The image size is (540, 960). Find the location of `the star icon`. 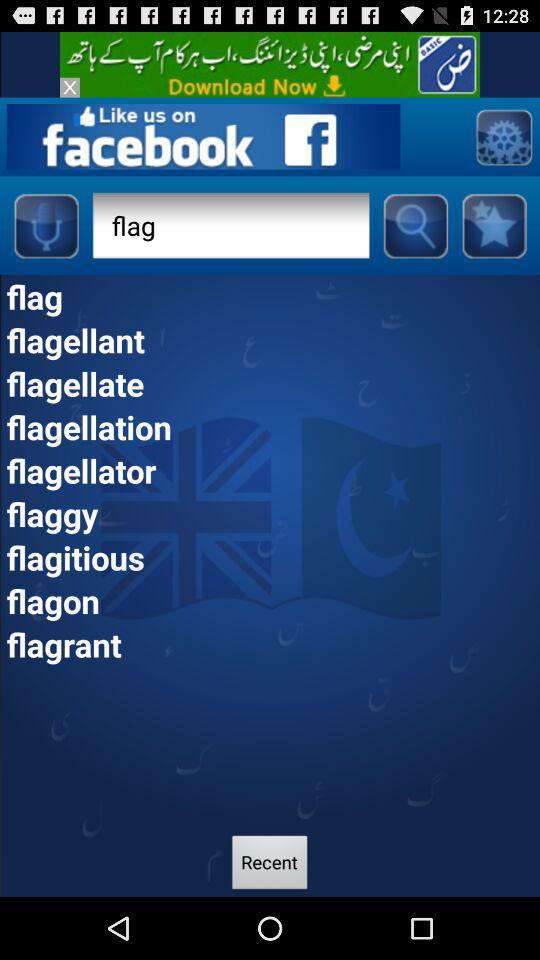

the star icon is located at coordinates (493, 240).